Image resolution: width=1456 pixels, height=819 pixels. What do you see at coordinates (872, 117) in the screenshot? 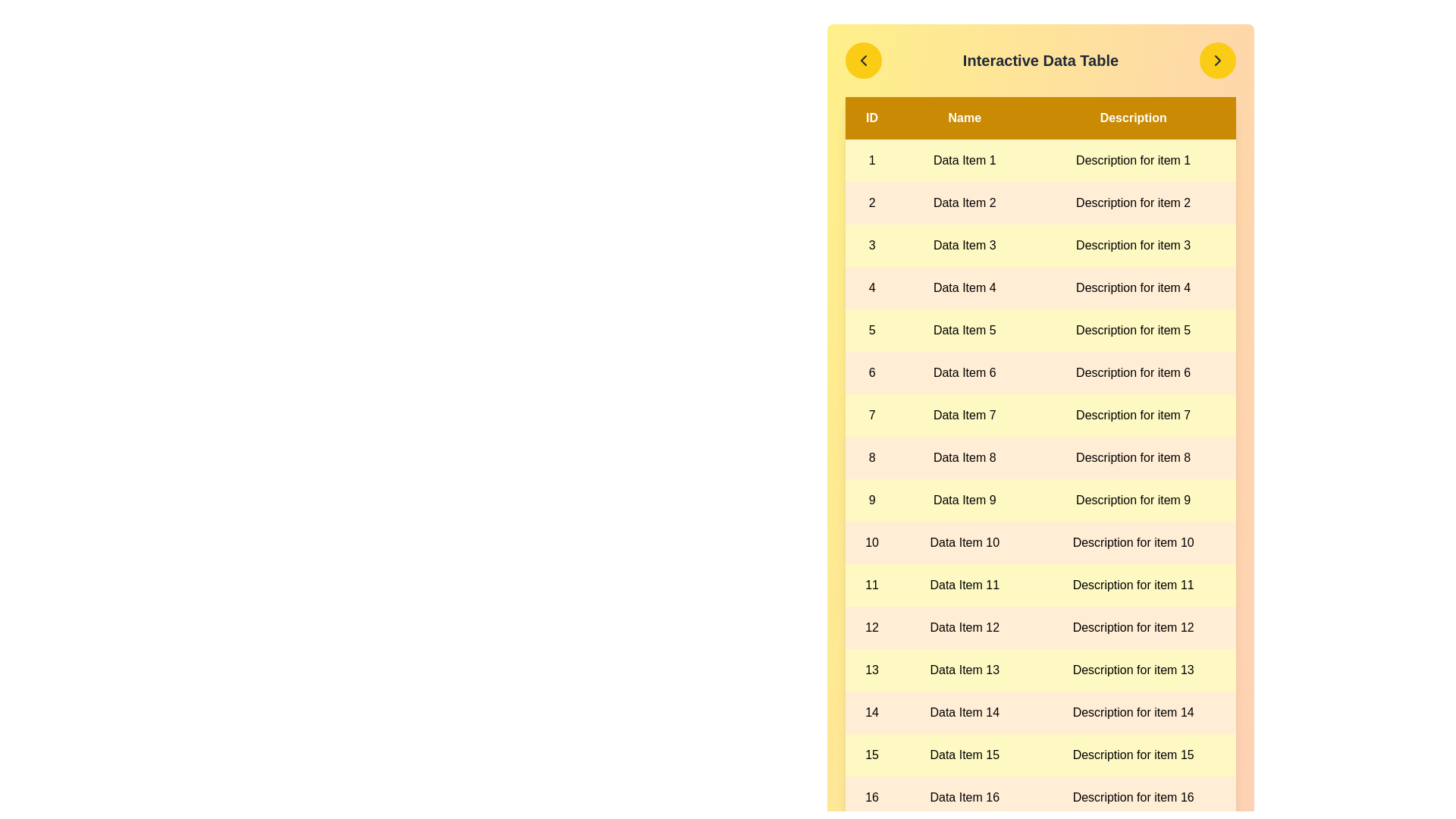
I see `the header cell labeled ID to reveal its description` at bounding box center [872, 117].